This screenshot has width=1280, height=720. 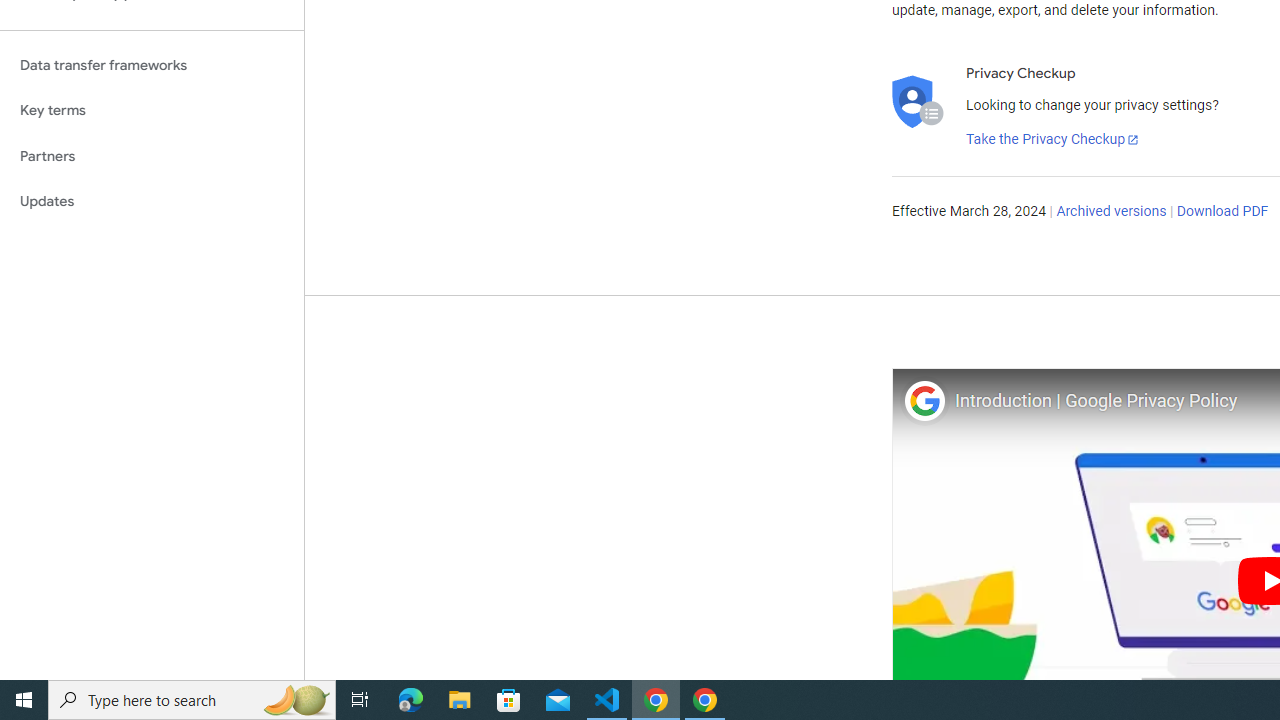 What do you see at coordinates (151, 201) in the screenshot?
I see `'Updates'` at bounding box center [151, 201].